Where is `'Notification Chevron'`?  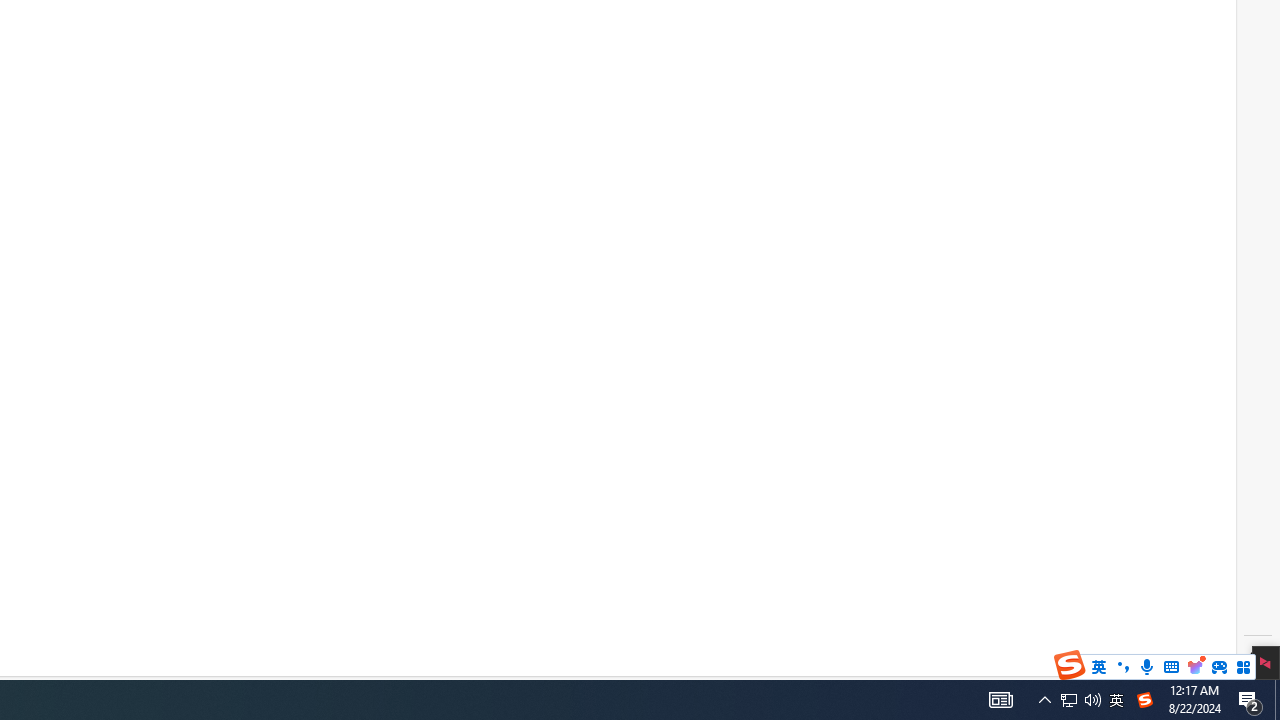 'Notification Chevron' is located at coordinates (1044, 698).